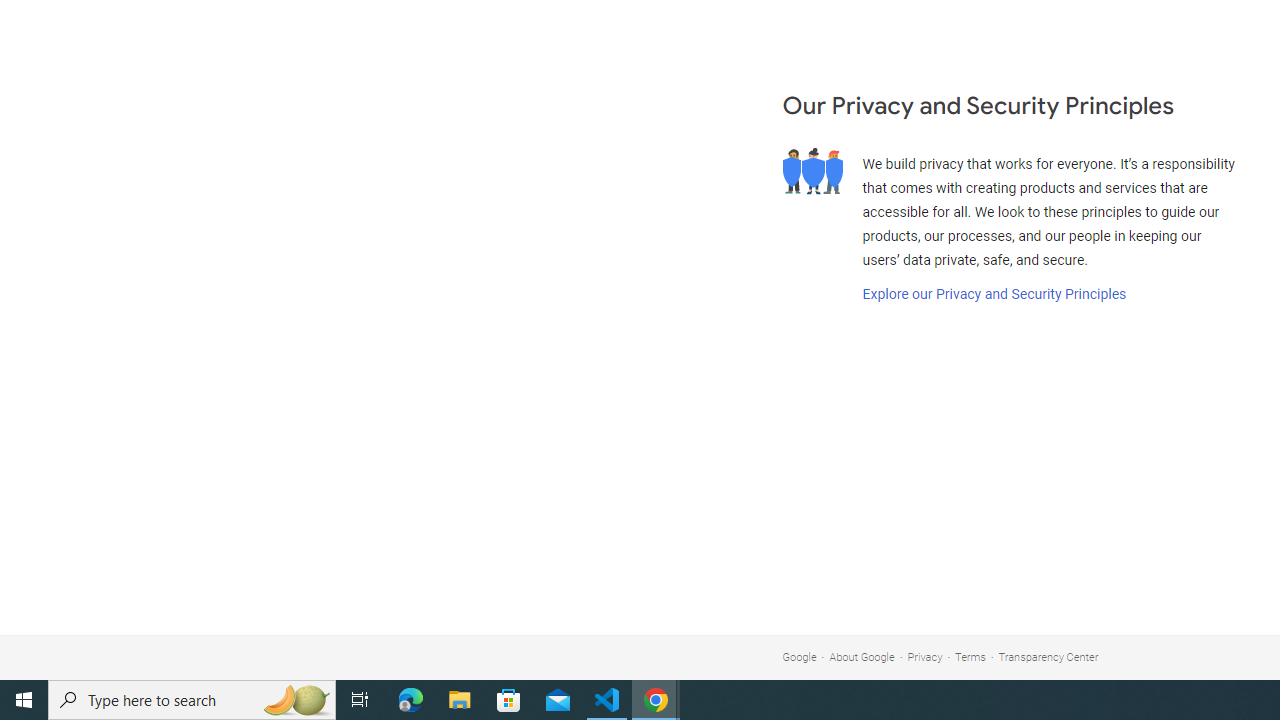  Describe the element at coordinates (993, 294) in the screenshot. I see `'Explore our Privacy and Security Principles'` at that location.